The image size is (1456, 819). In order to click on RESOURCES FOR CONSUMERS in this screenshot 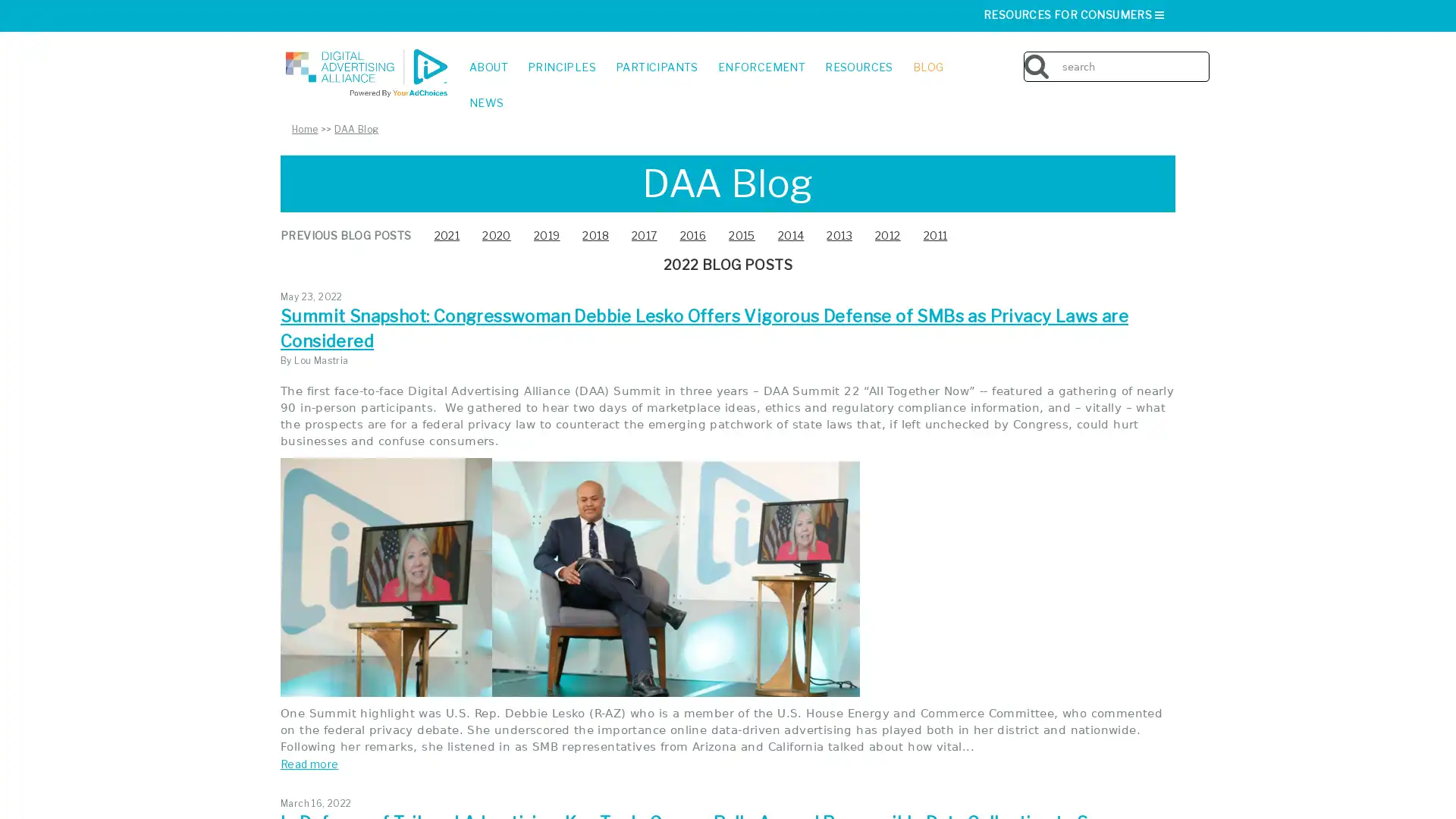, I will do `click(1074, 14)`.